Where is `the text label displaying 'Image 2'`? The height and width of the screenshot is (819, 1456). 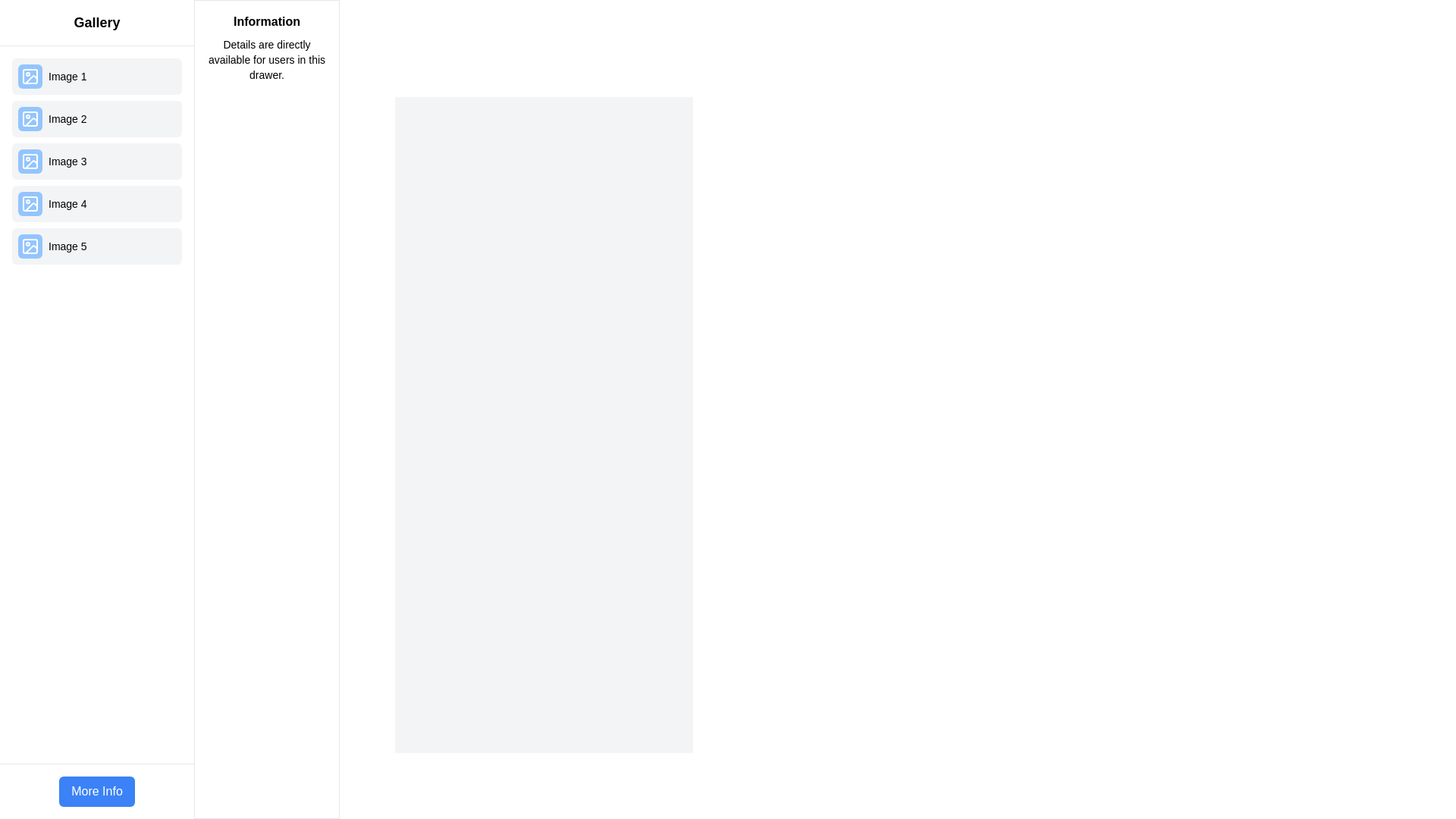 the text label displaying 'Image 2' is located at coordinates (67, 118).